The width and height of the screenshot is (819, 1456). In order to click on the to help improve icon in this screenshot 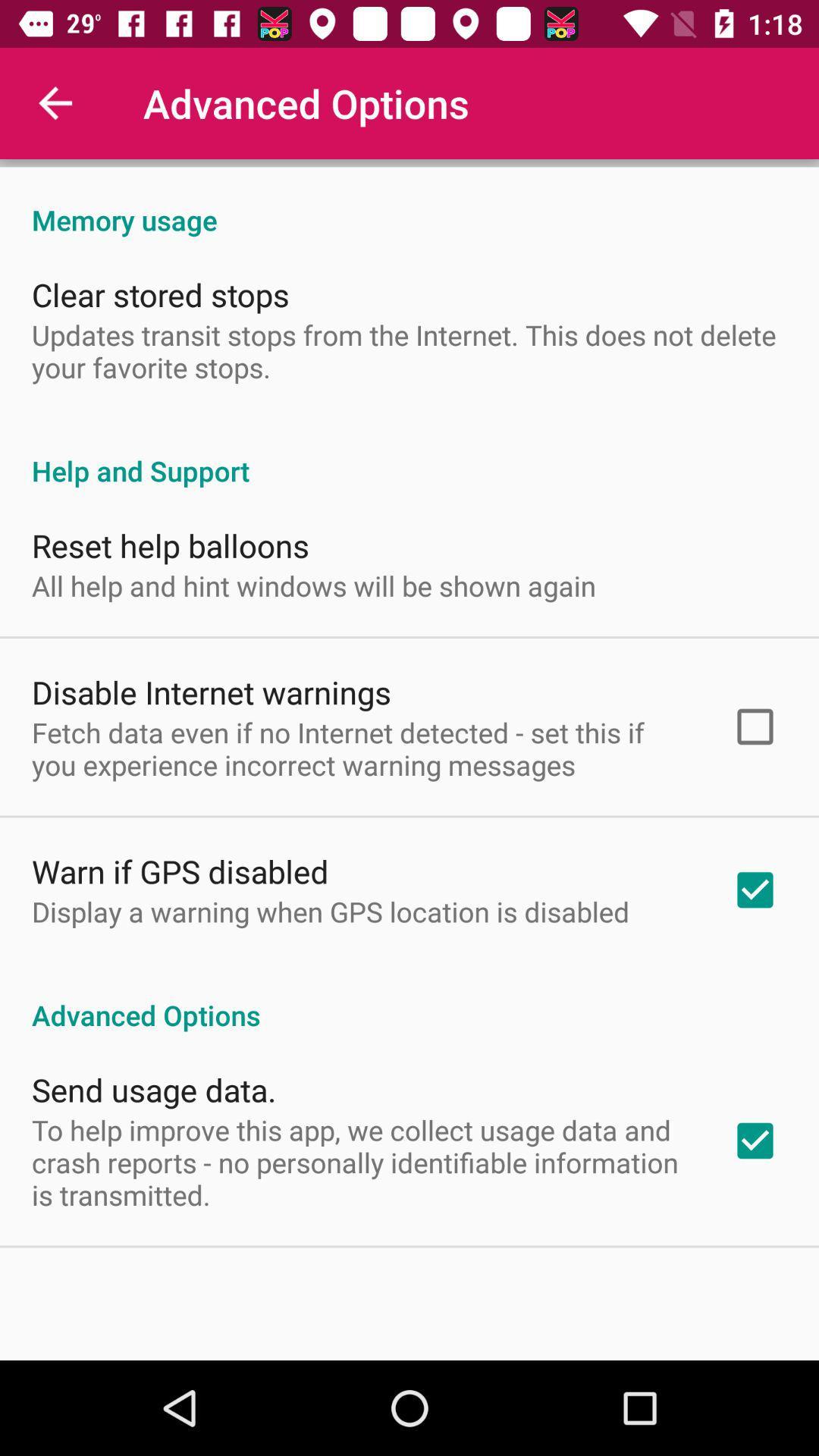, I will do `click(362, 1161)`.